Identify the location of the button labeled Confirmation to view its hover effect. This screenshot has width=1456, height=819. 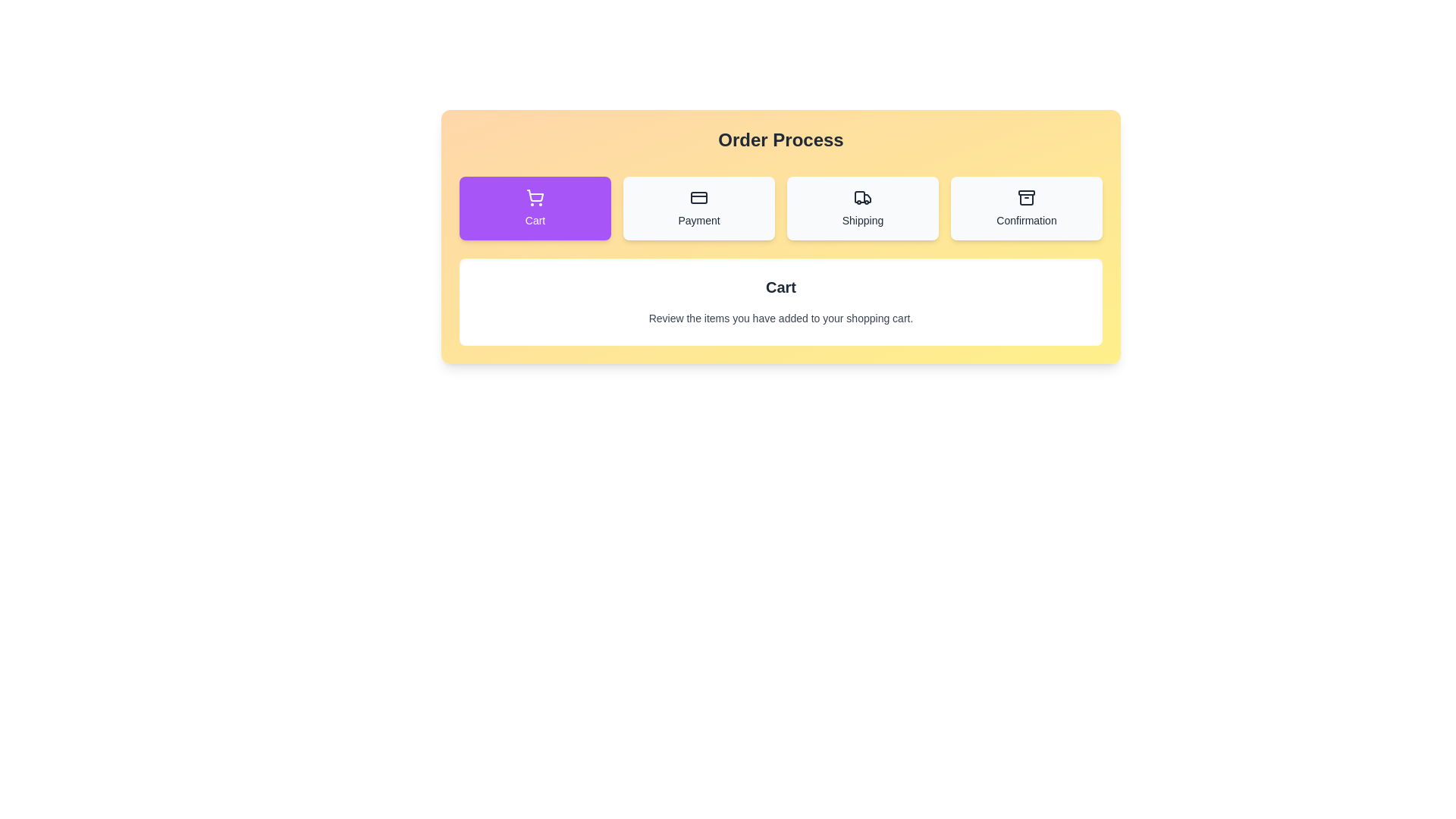
(1026, 208).